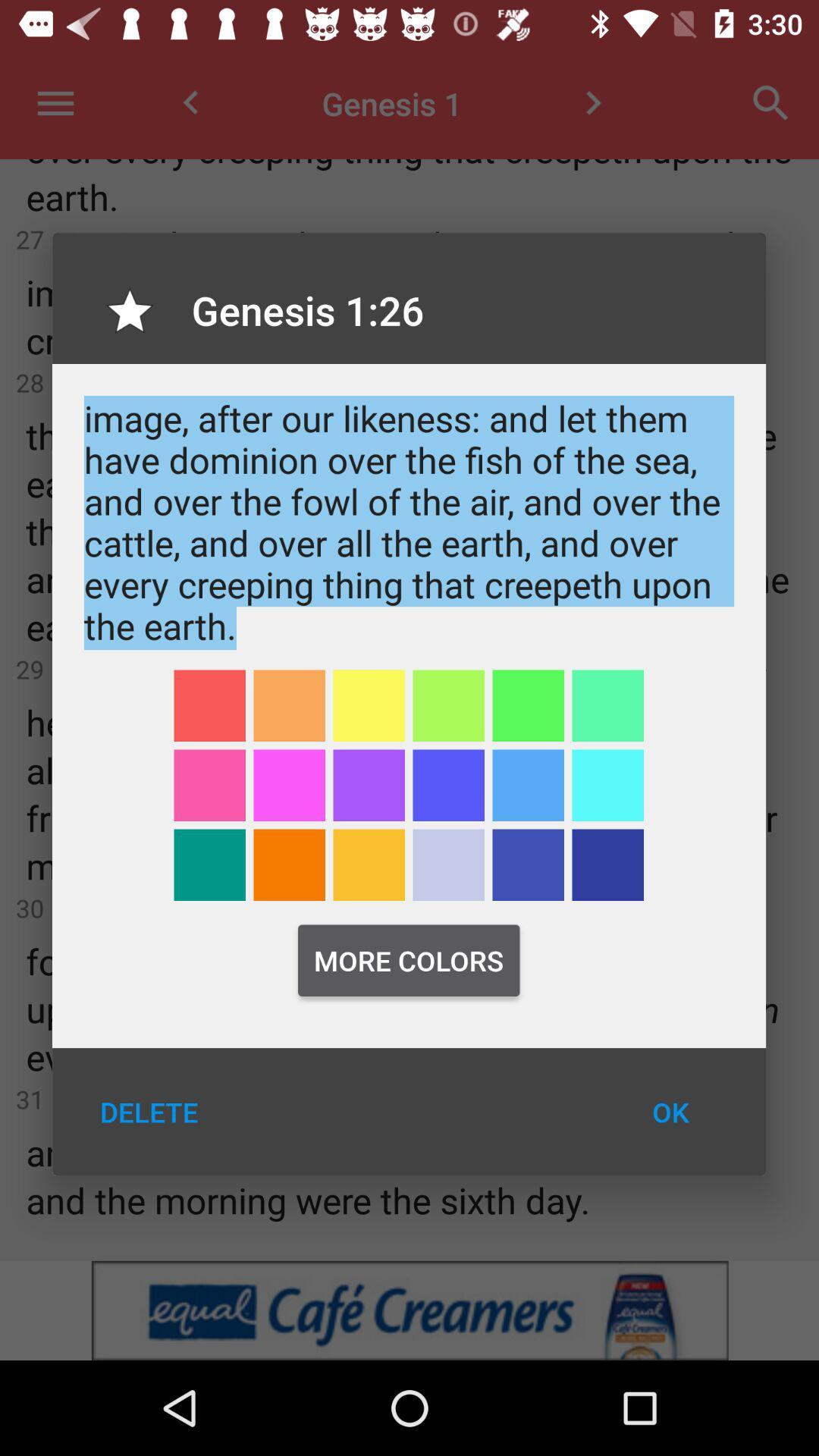 This screenshot has height=1456, width=819. What do you see at coordinates (447, 785) in the screenshot?
I see `color blue for highlighting words` at bounding box center [447, 785].